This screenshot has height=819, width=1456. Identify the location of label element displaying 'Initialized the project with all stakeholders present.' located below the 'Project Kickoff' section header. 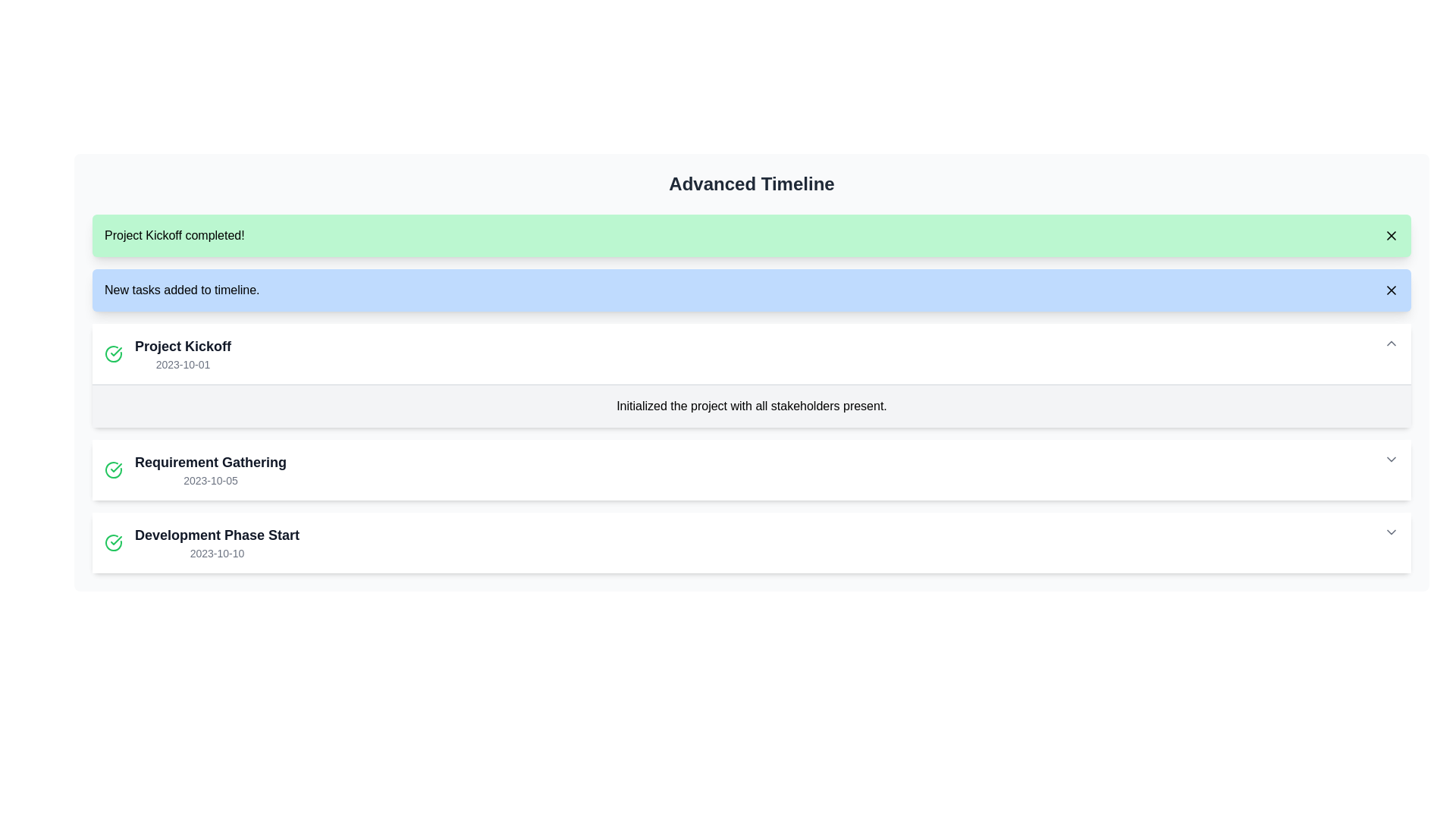
(752, 405).